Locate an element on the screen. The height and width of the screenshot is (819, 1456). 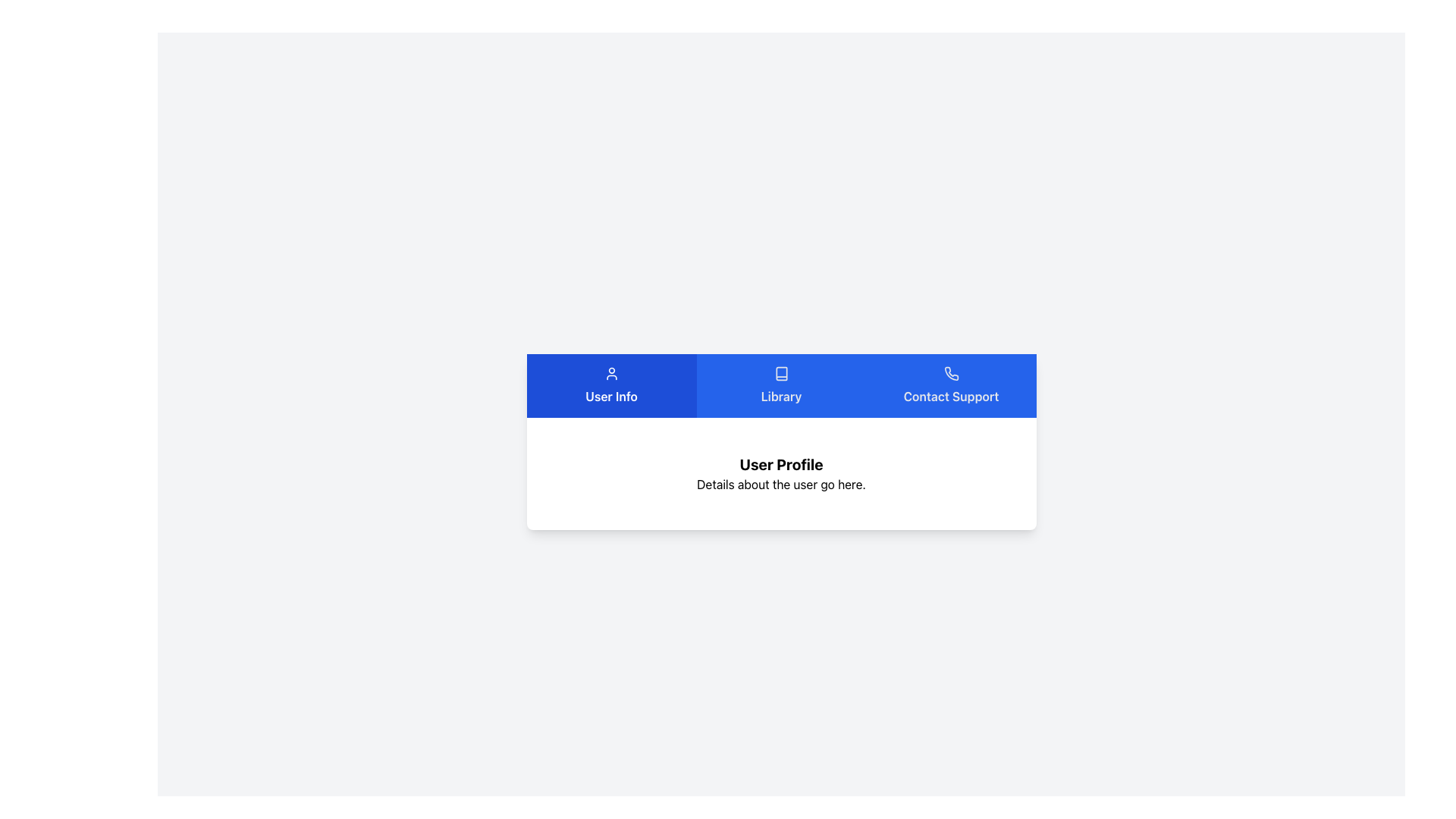
properties of the phone icon located in the 'Contact Support' tab of the blue header navigation menu is located at coordinates (950, 374).